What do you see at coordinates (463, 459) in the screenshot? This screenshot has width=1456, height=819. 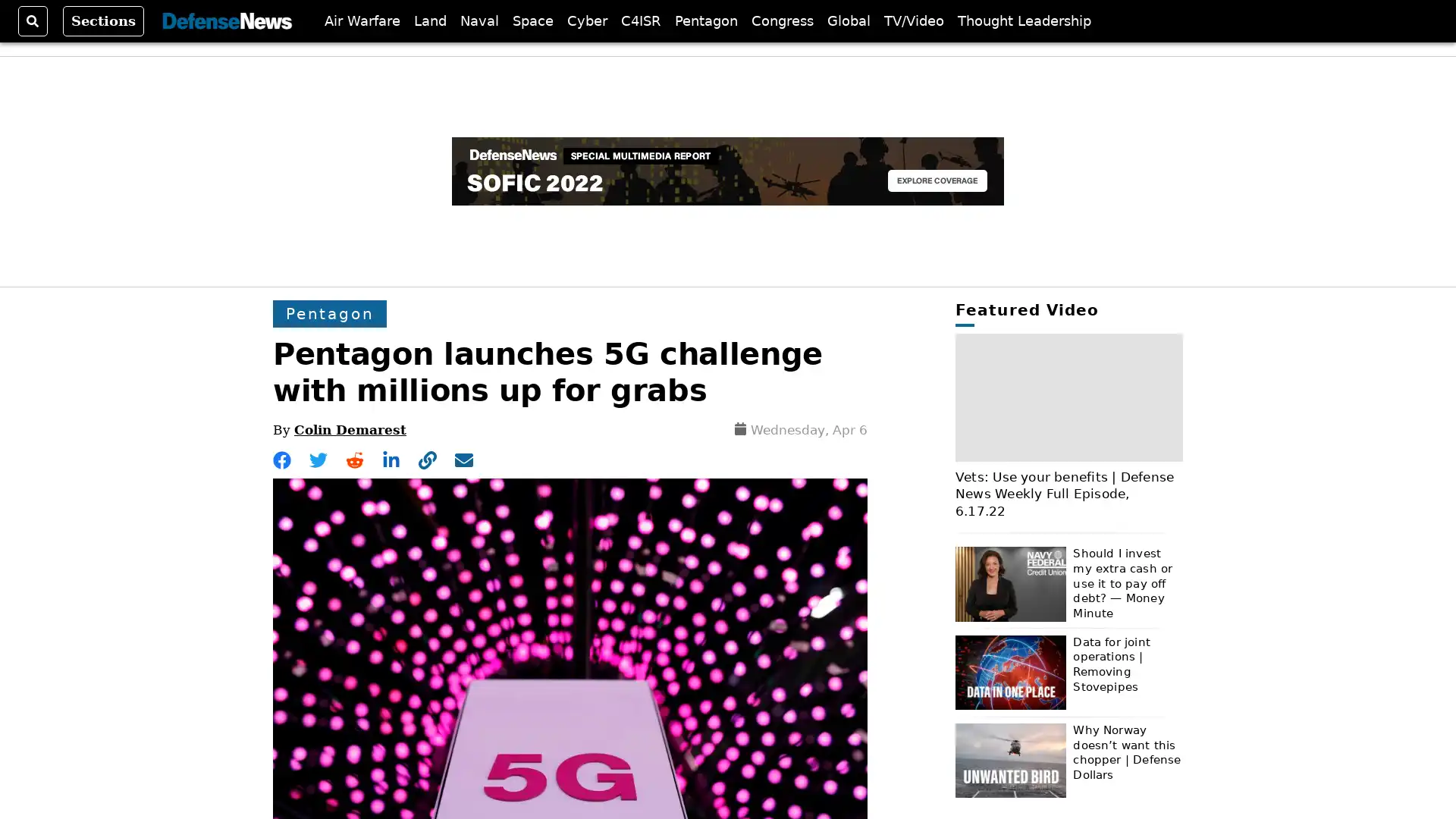 I see `email` at bounding box center [463, 459].